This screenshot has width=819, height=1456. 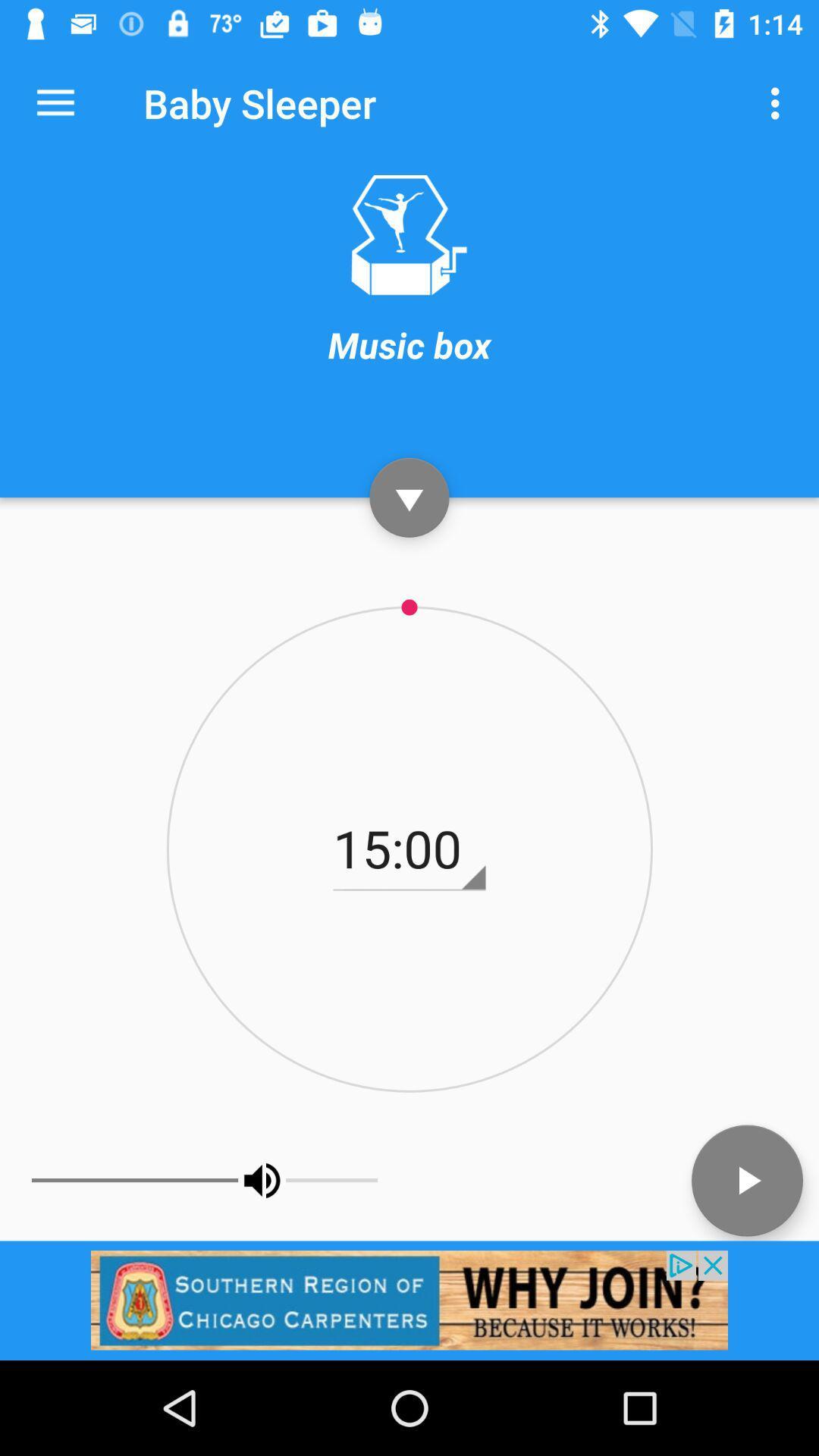 What do you see at coordinates (408, 234) in the screenshot?
I see `sleeping music` at bounding box center [408, 234].